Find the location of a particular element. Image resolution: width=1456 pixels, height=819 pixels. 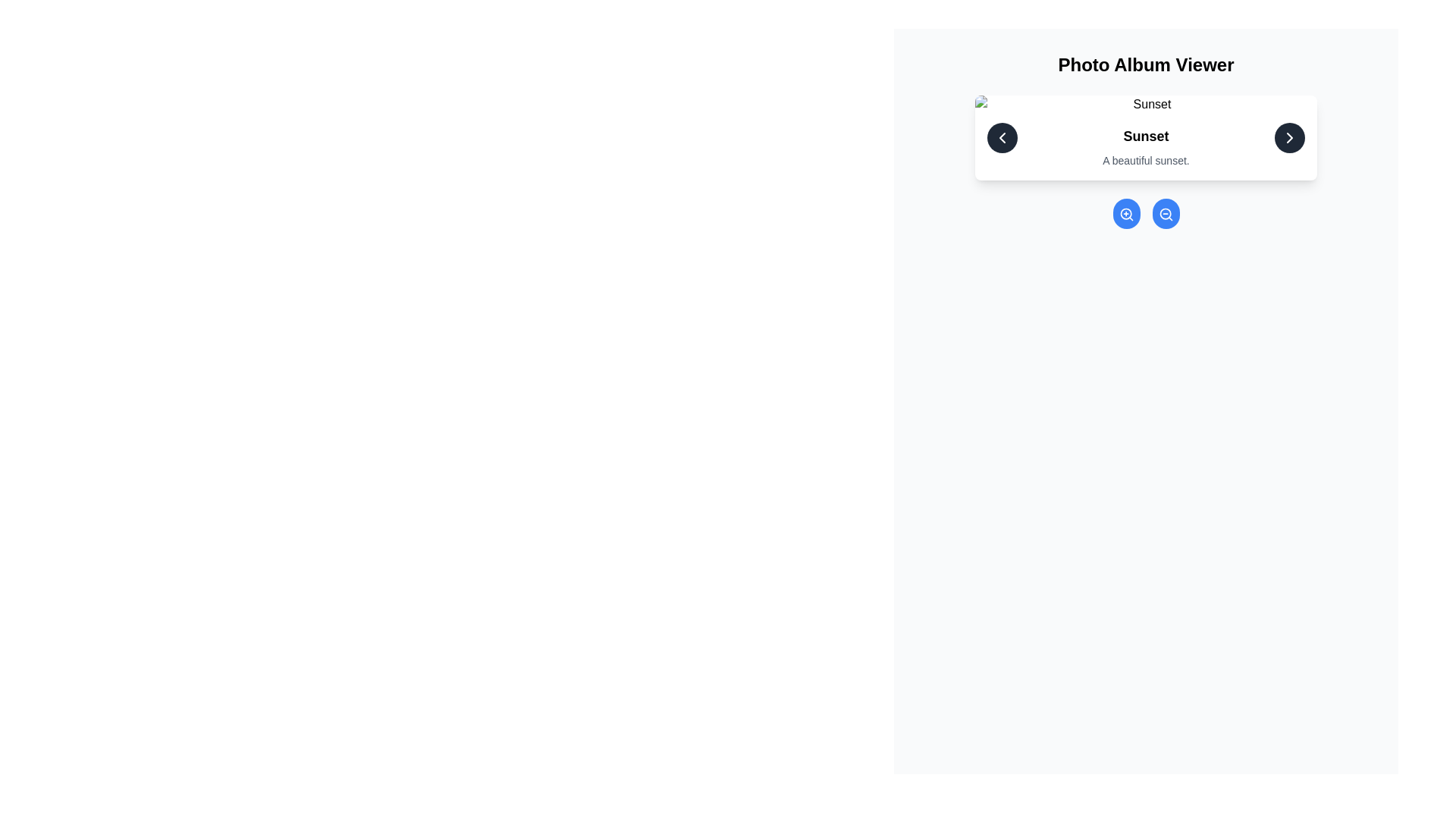

the right circular navigation button with a chevron icon and trigger navigation by simulating an Enter key press is located at coordinates (1288, 137).